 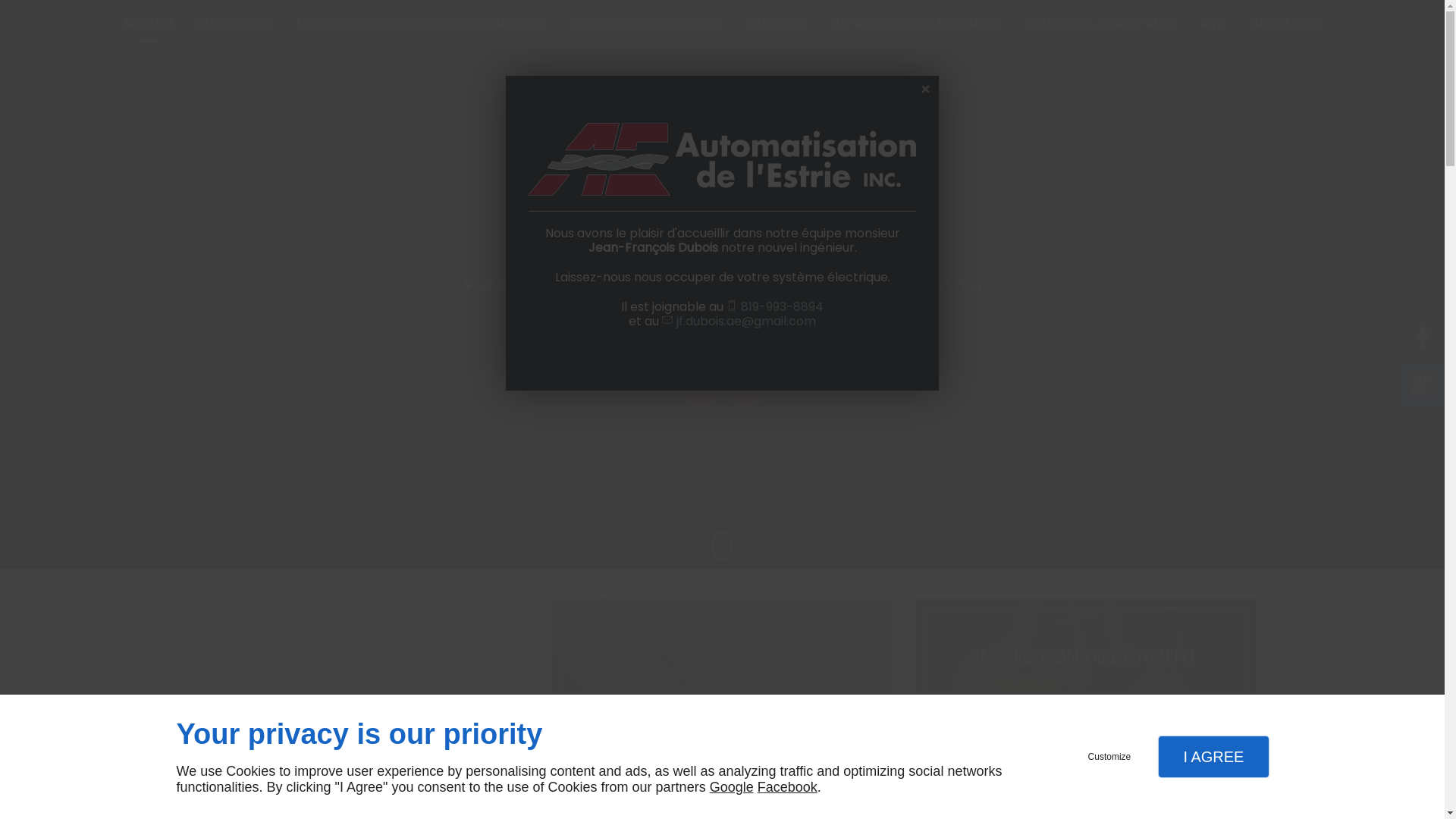 What do you see at coordinates (1101, 24) in the screenshot?
I see `'PLANCHERS CHAUFFANTS'` at bounding box center [1101, 24].